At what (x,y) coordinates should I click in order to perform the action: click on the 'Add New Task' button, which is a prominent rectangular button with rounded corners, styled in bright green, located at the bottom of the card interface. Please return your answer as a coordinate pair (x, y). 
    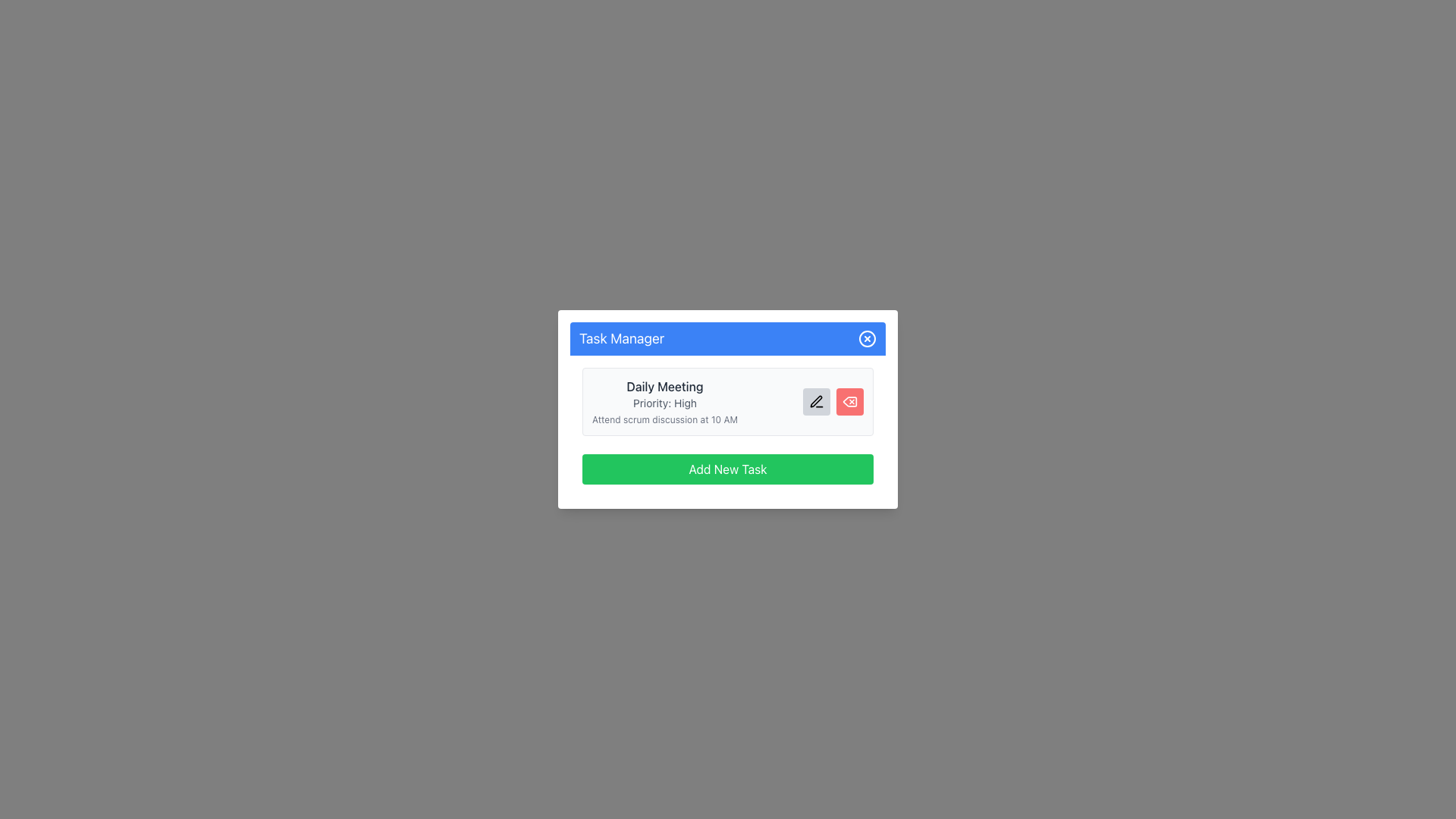
    Looking at the image, I should click on (728, 468).